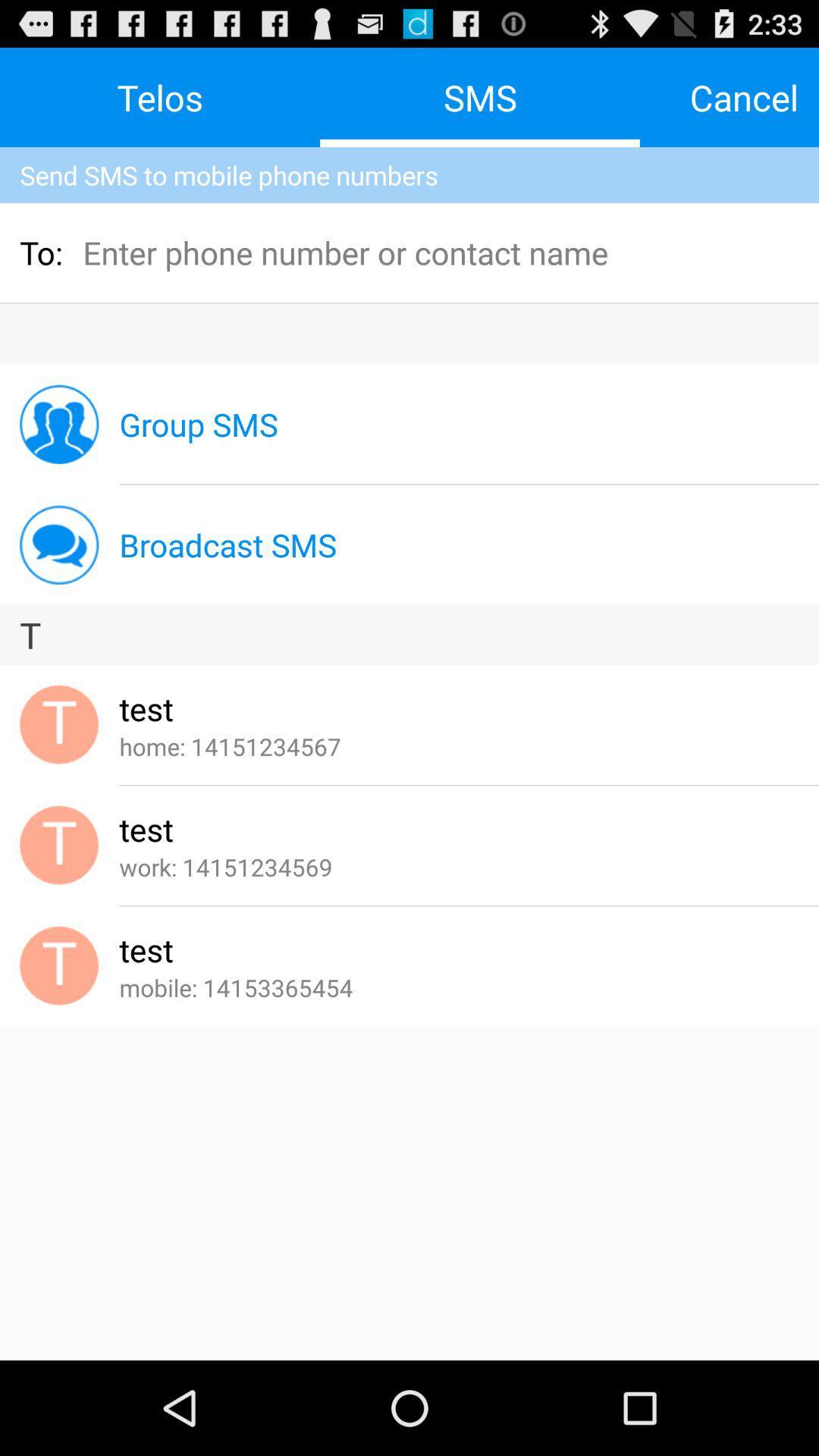  I want to click on broadcast sms app, so click(227, 544).